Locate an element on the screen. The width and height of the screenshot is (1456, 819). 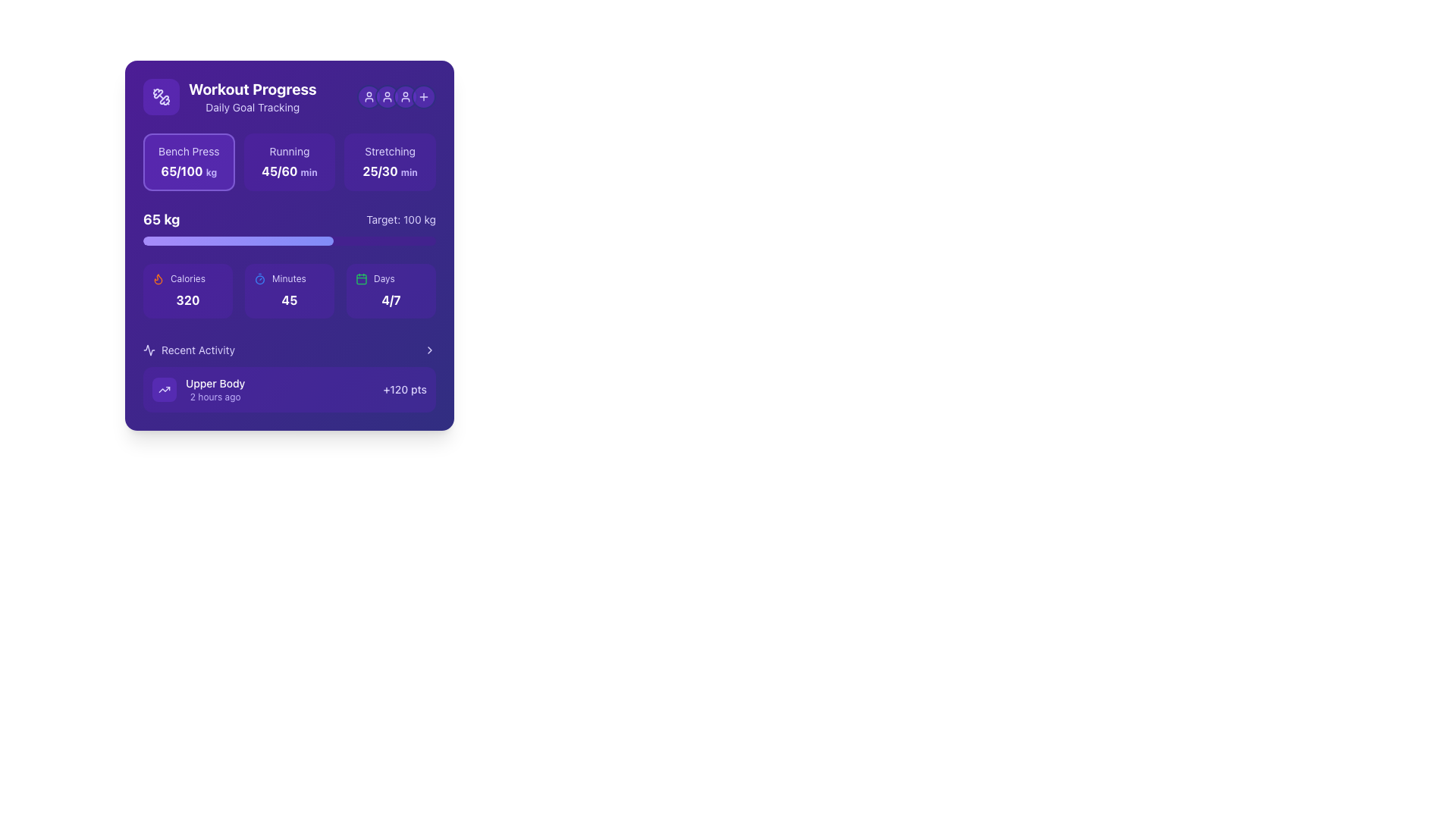
the label or text component that describes 'Upper Body', located above the element displaying '2 hours ago' in the 'Recent Activity' section is located at coordinates (215, 382).